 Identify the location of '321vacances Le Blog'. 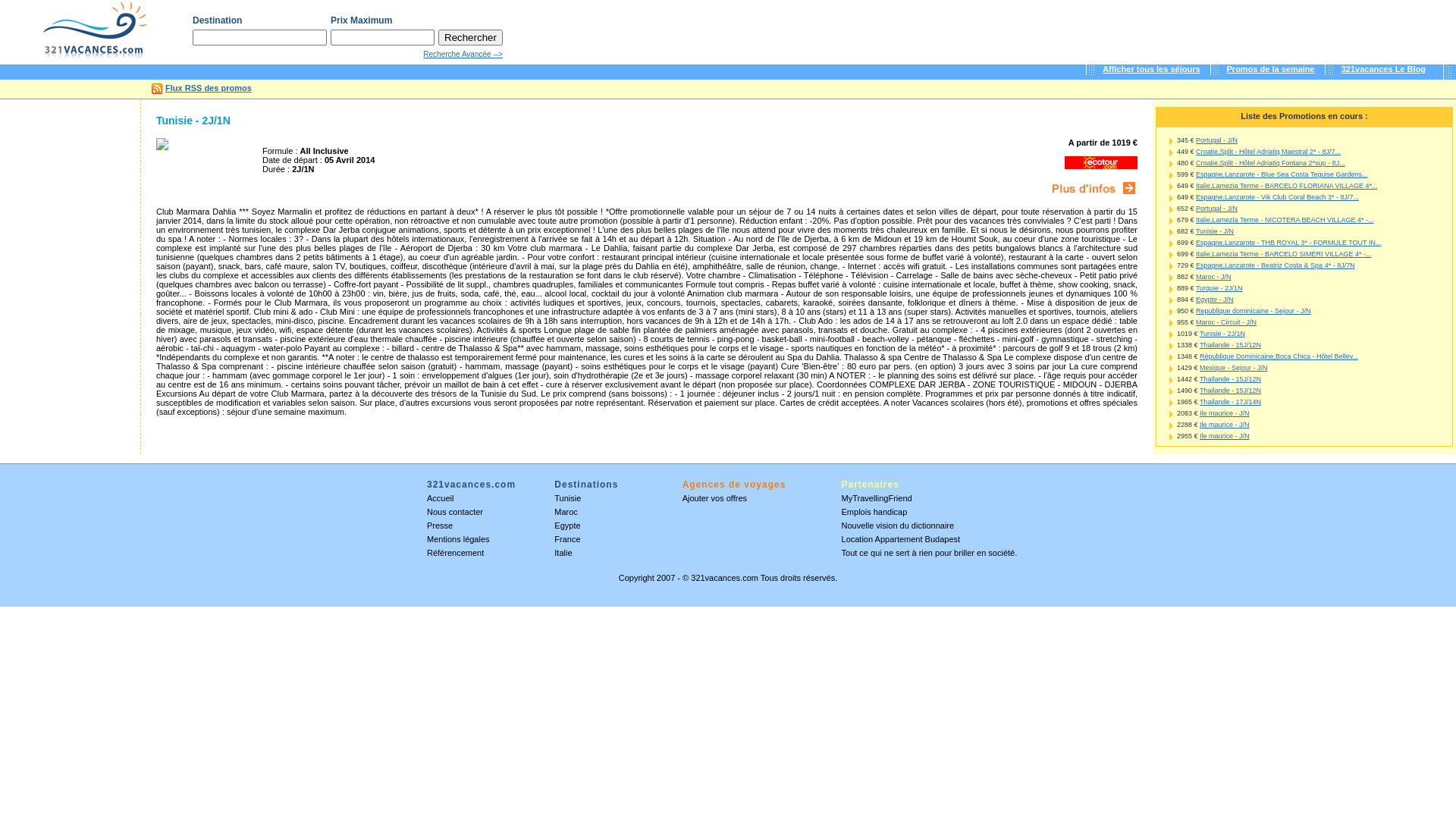
(1383, 69).